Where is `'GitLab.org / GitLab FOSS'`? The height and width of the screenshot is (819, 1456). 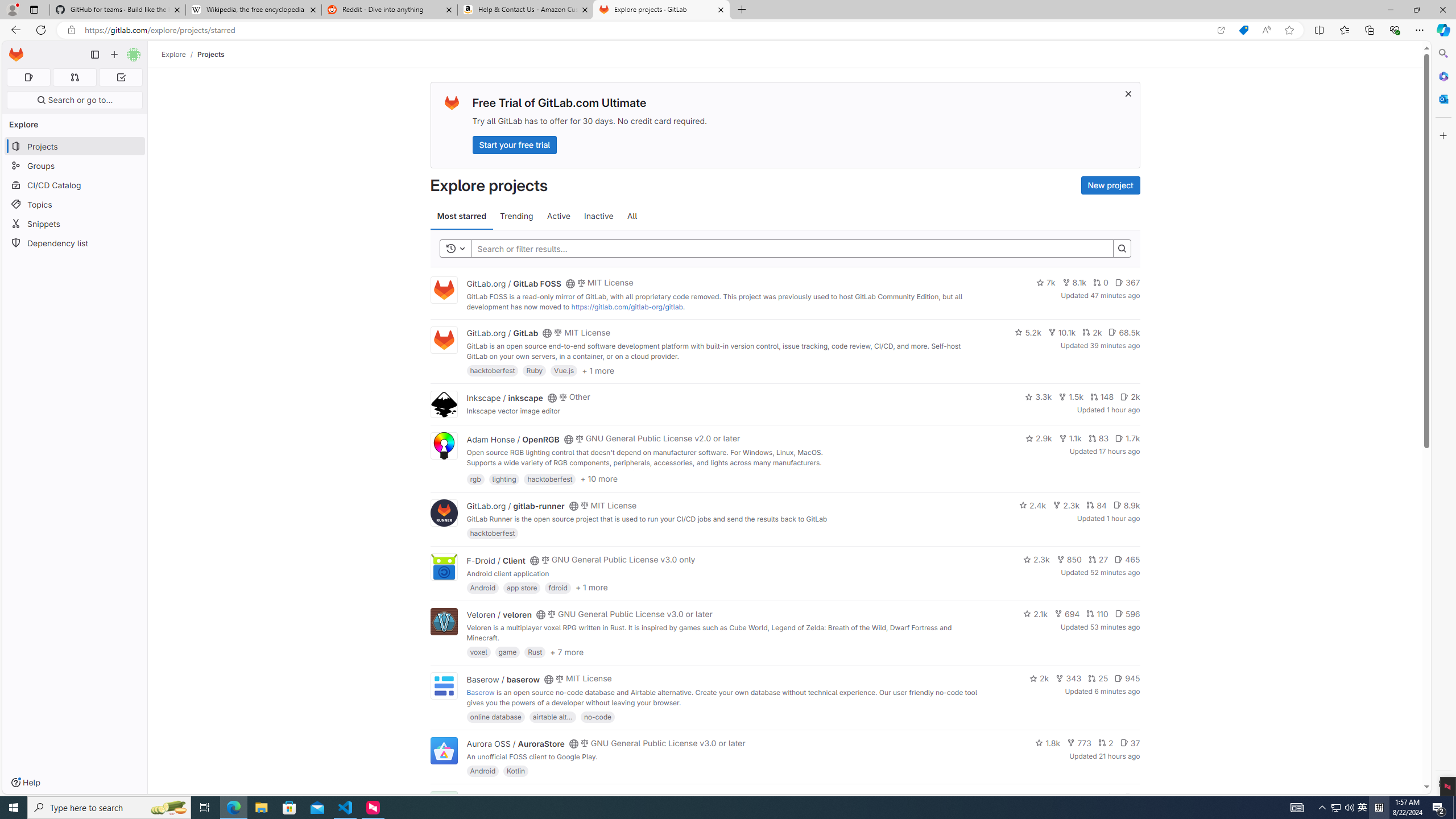 'GitLab.org / GitLab FOSS' is located at coordinates (513, 283).